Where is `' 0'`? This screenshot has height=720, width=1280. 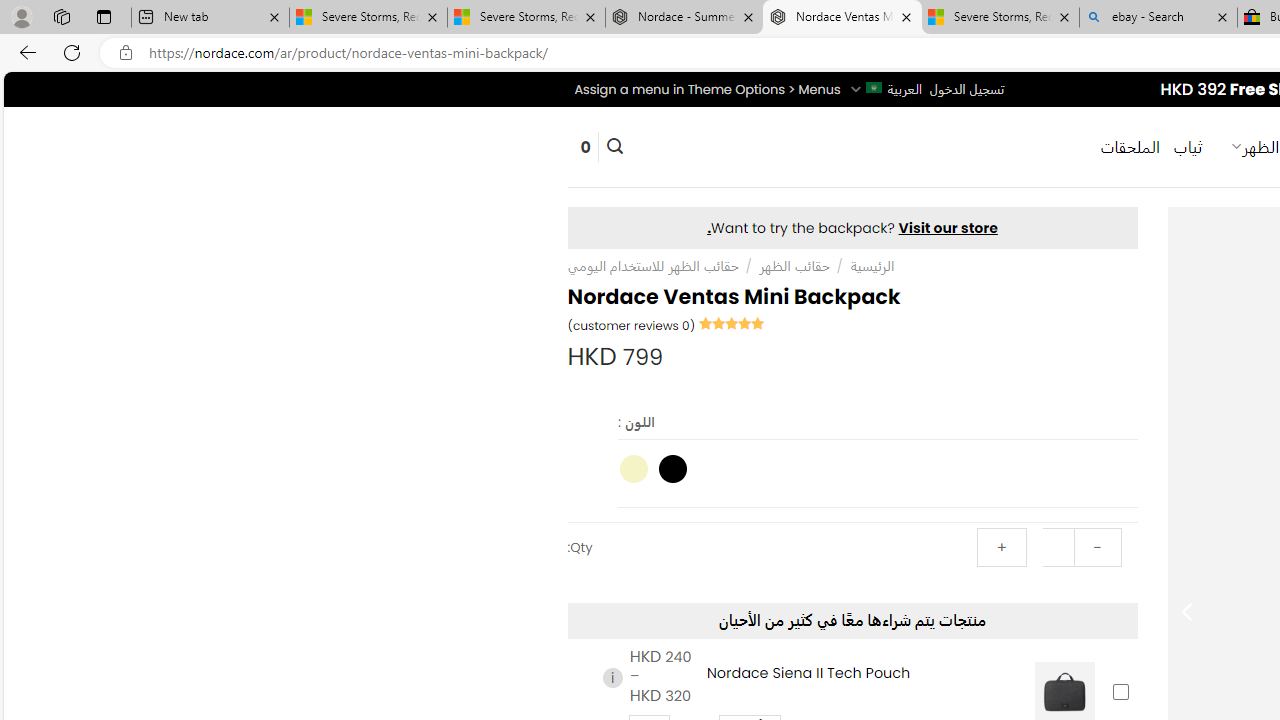
' 0' is located at coordinates (584, 145).